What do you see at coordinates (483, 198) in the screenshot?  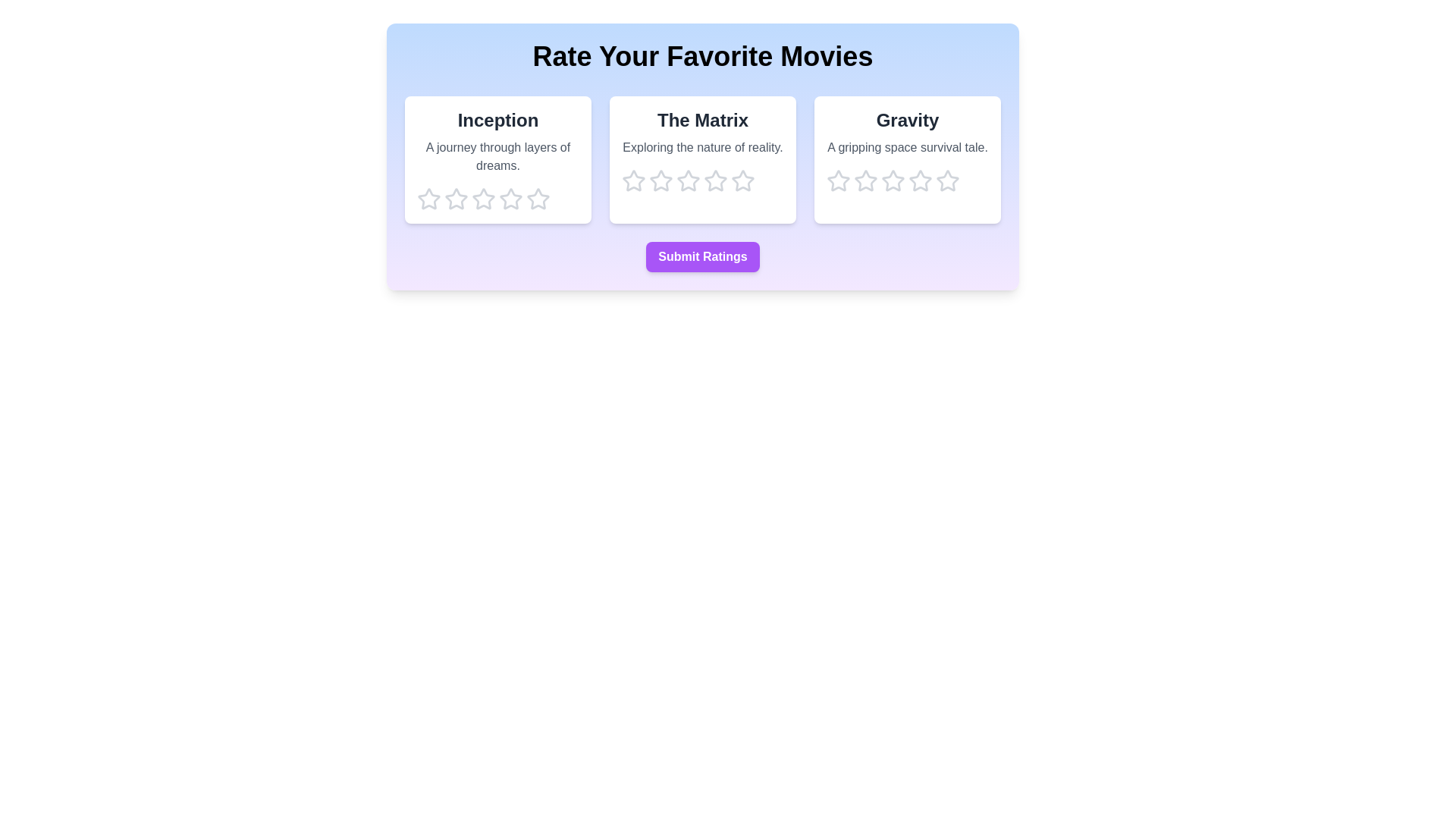 I see `the star corresponding to 3 for the movie Inception` at bounding box center [483, 198].